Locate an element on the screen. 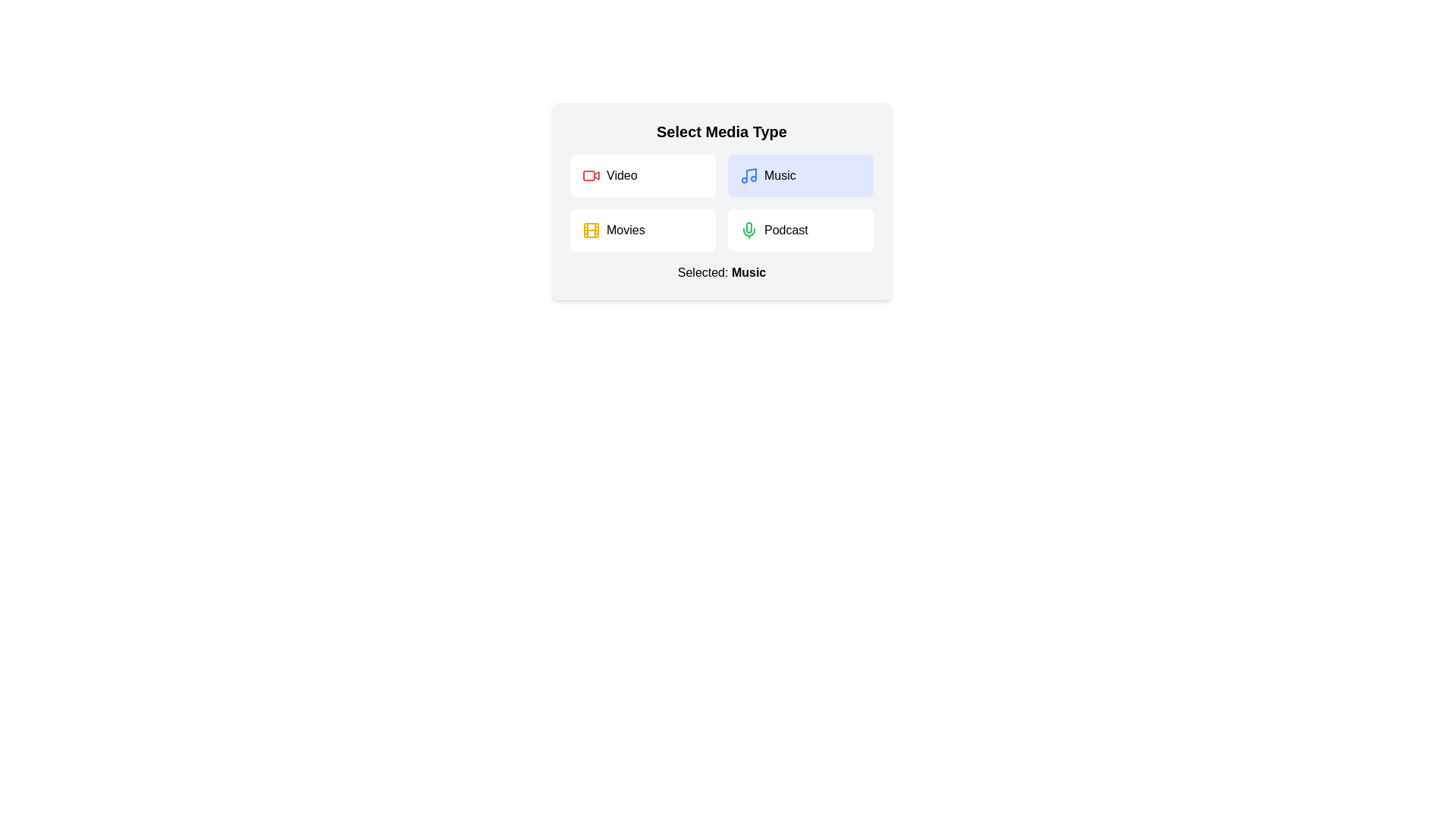 The image size is (1456, 819). the media type Movies by clicking on its corresponding button is located at coordinates (643, 231).